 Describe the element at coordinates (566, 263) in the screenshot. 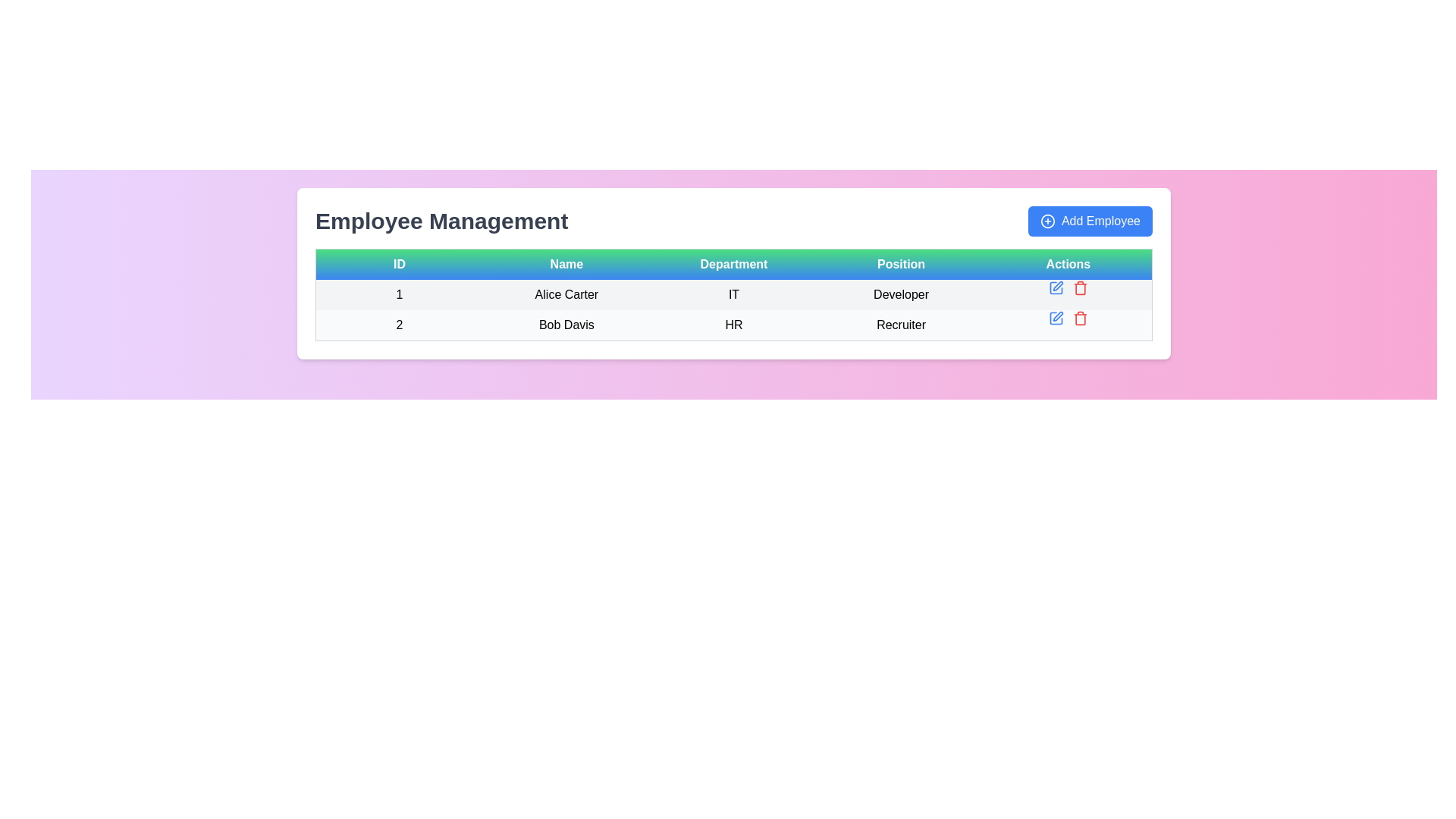

I see `the 'Name' text label, which is a rectangular label with a gradient background transitioning from green to blue, containing the text 'Name' in bold, white, and centered font` at that location.